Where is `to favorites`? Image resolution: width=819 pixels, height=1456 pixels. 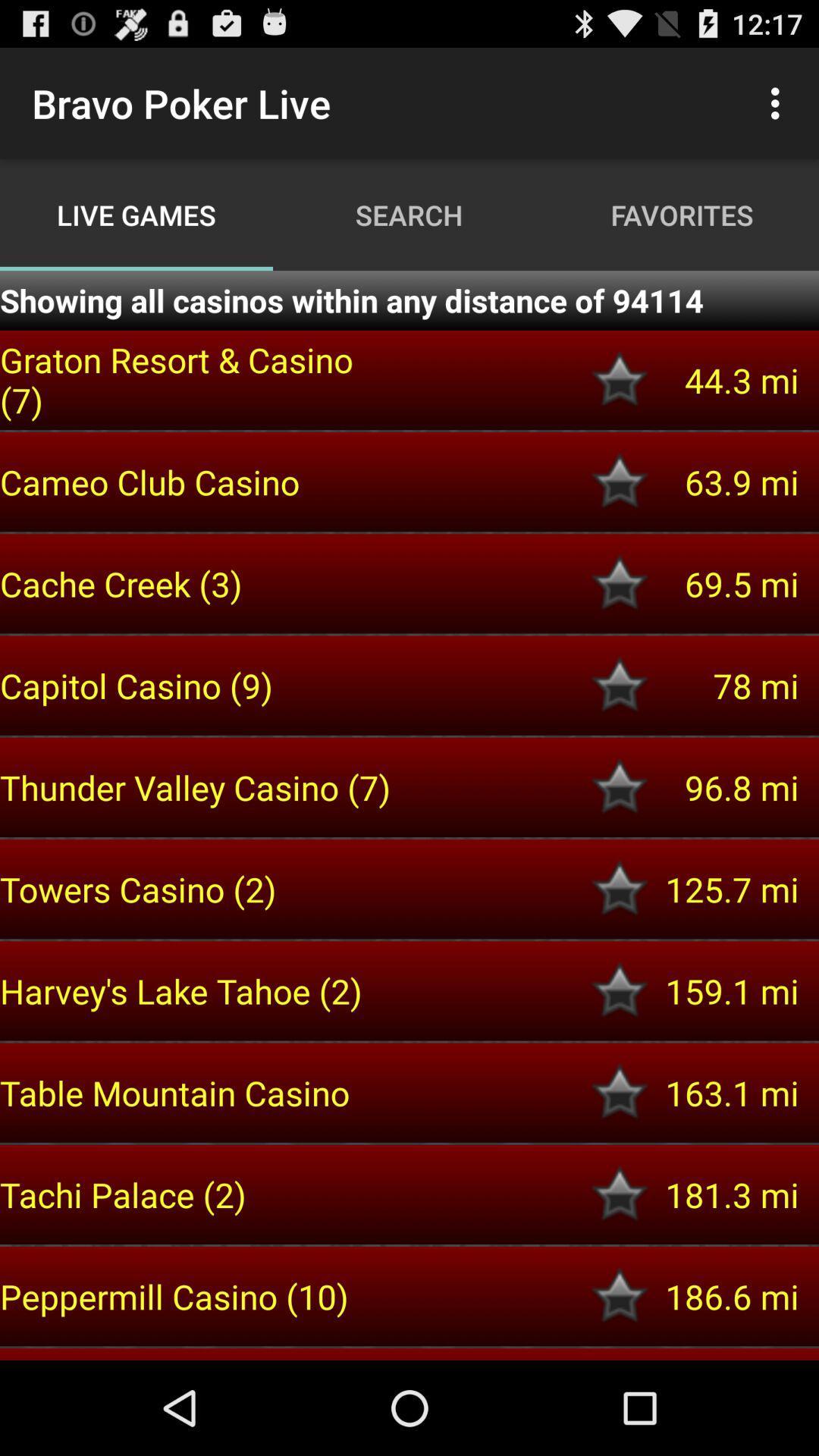
to favorites is located at coordinates (620, 582).